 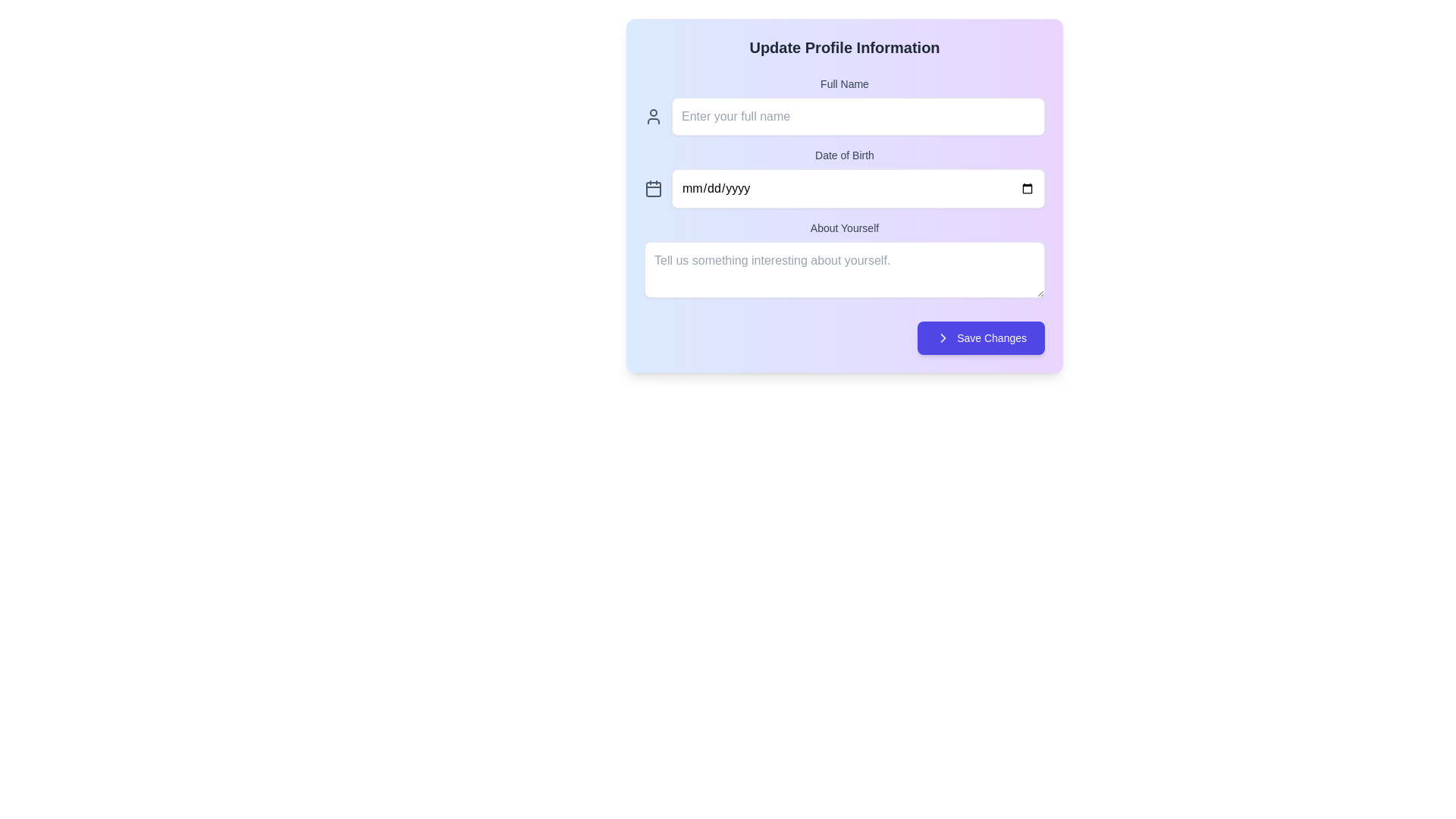 I want to click on to select partial text in the text input field for entering the full name, which has a light border and a user silhouette icon, so click(x=843, y=116).